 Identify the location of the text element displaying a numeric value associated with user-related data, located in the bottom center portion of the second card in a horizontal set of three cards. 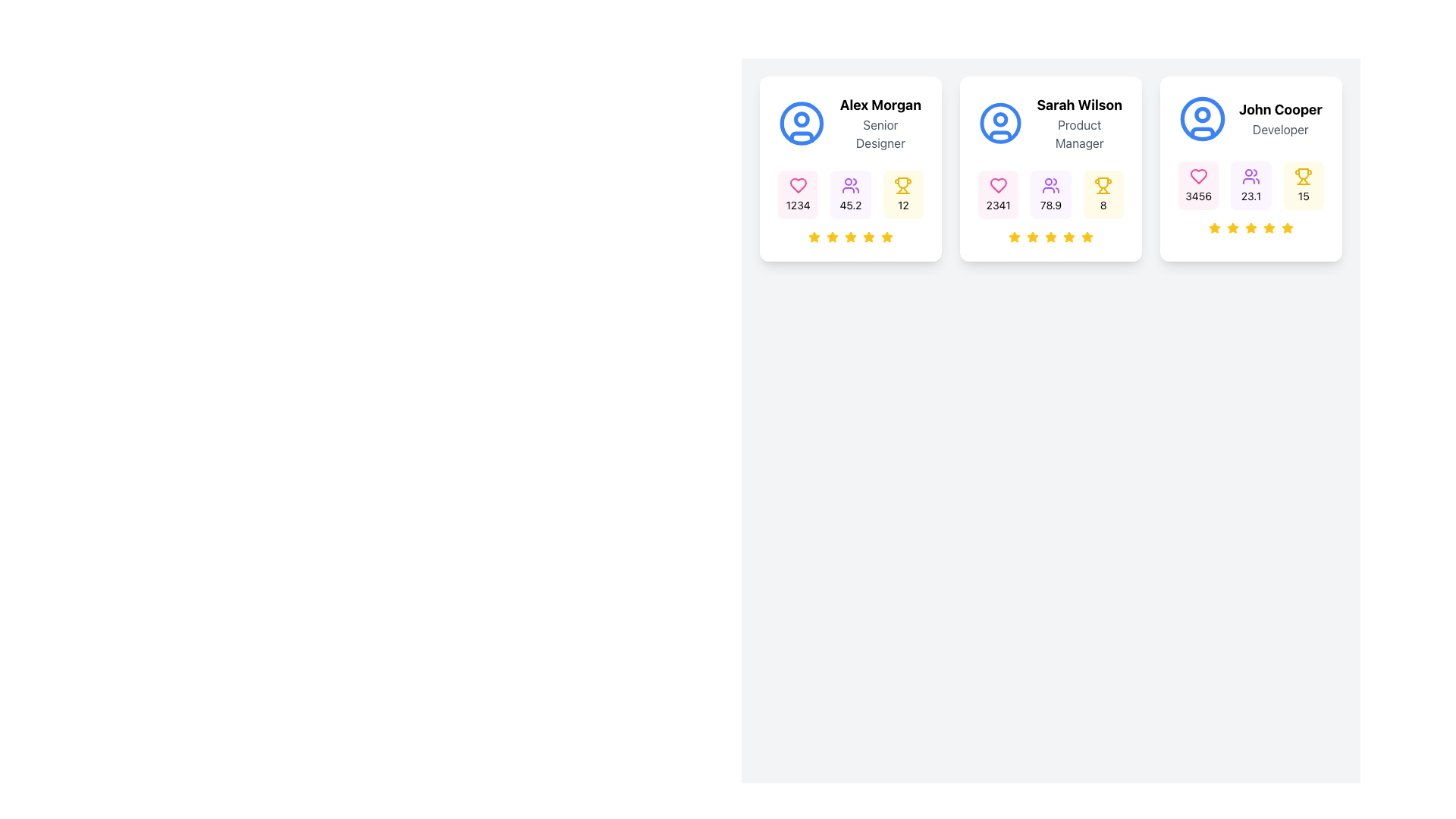
(1050, 205).